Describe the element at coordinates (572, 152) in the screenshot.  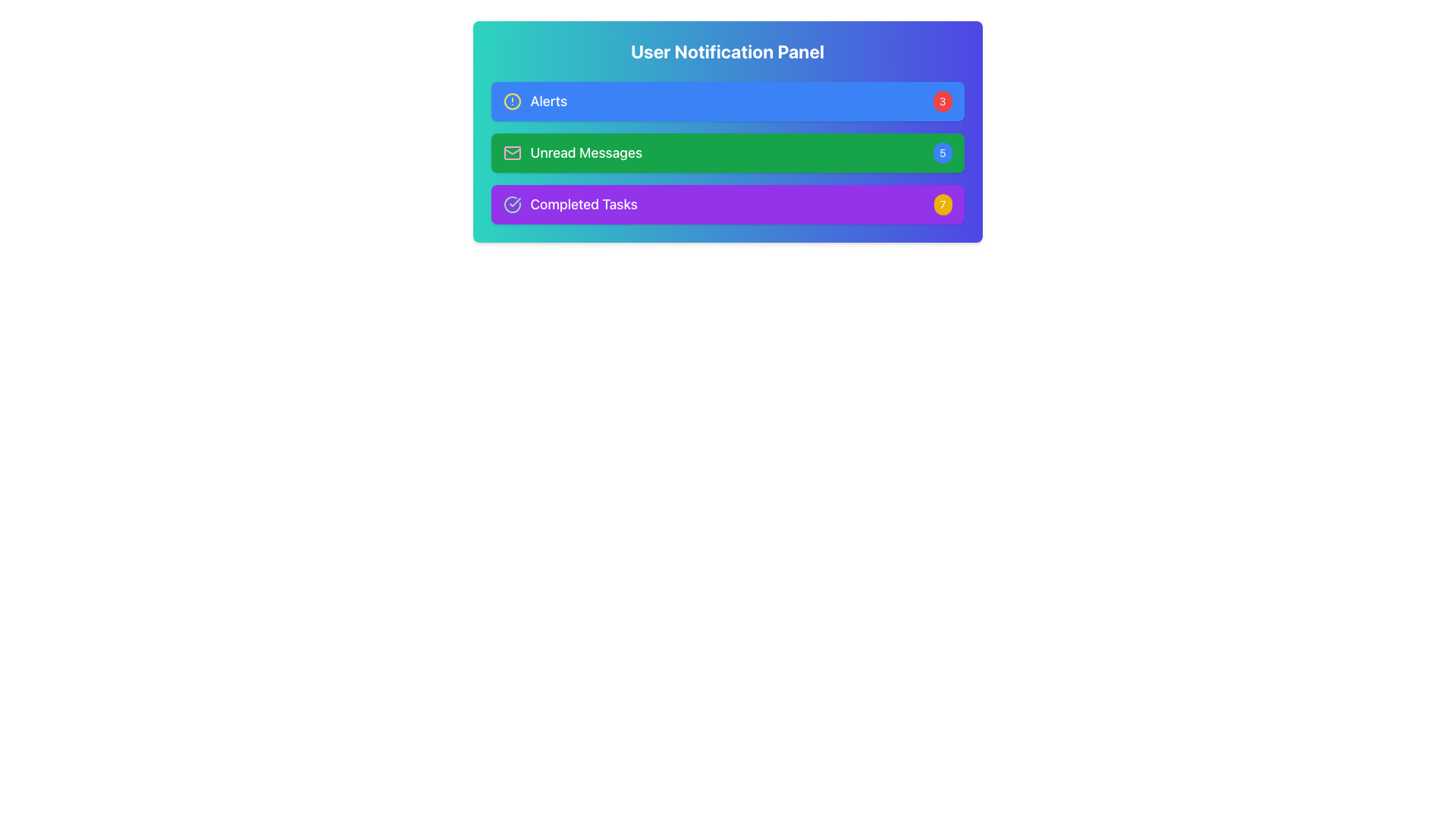
I see `the 'Unread Messages' informational label in the notification panel, which is visually highlighted on a green background and positioned between the 'Alerts' section and the 'Completed Tasks' section` at that location.